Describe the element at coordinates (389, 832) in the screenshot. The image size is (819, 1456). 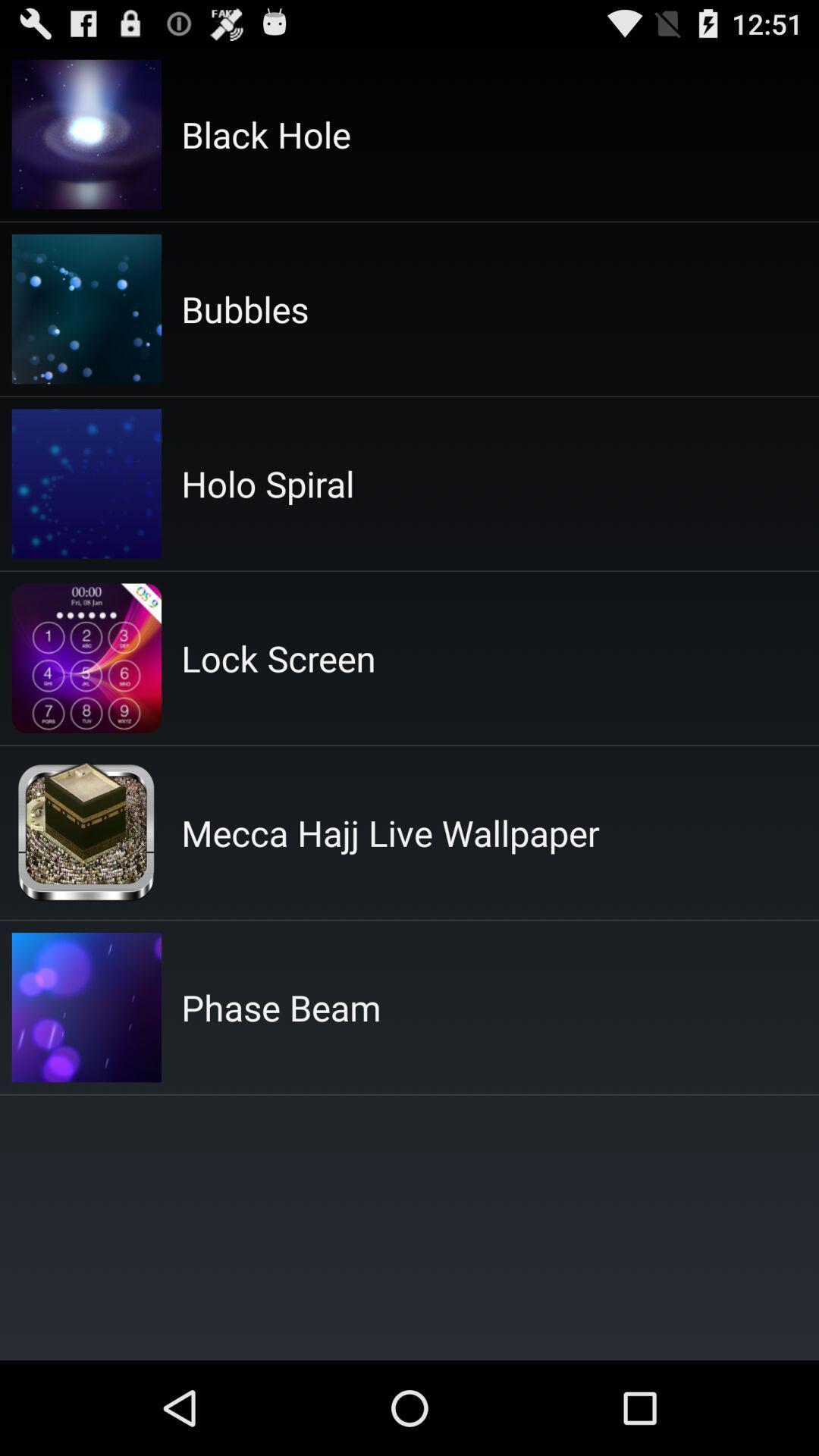
I see `the icon below lock screen` at that location.